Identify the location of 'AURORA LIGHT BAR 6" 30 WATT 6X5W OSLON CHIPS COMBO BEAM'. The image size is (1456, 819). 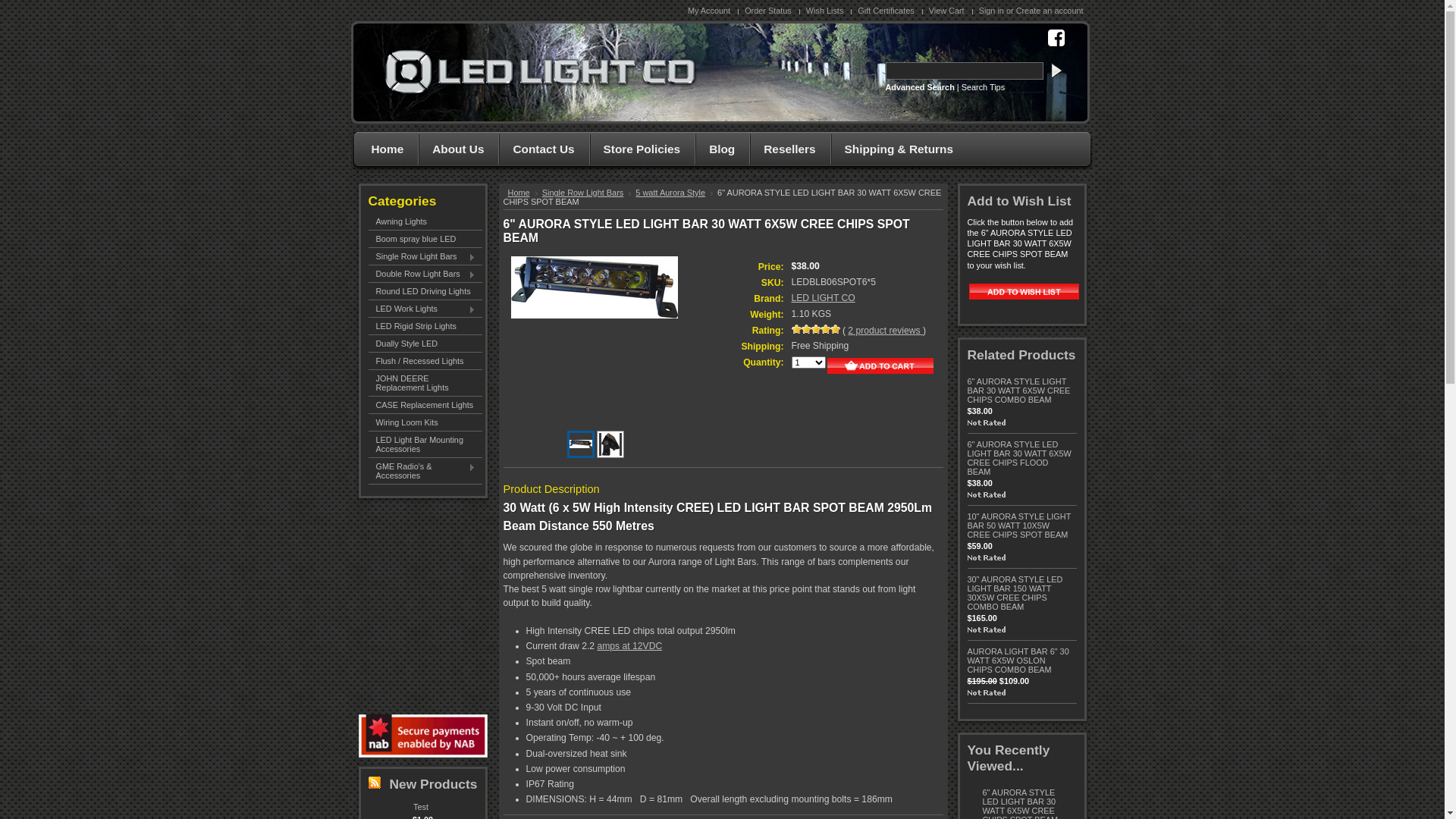
(1018, 660).